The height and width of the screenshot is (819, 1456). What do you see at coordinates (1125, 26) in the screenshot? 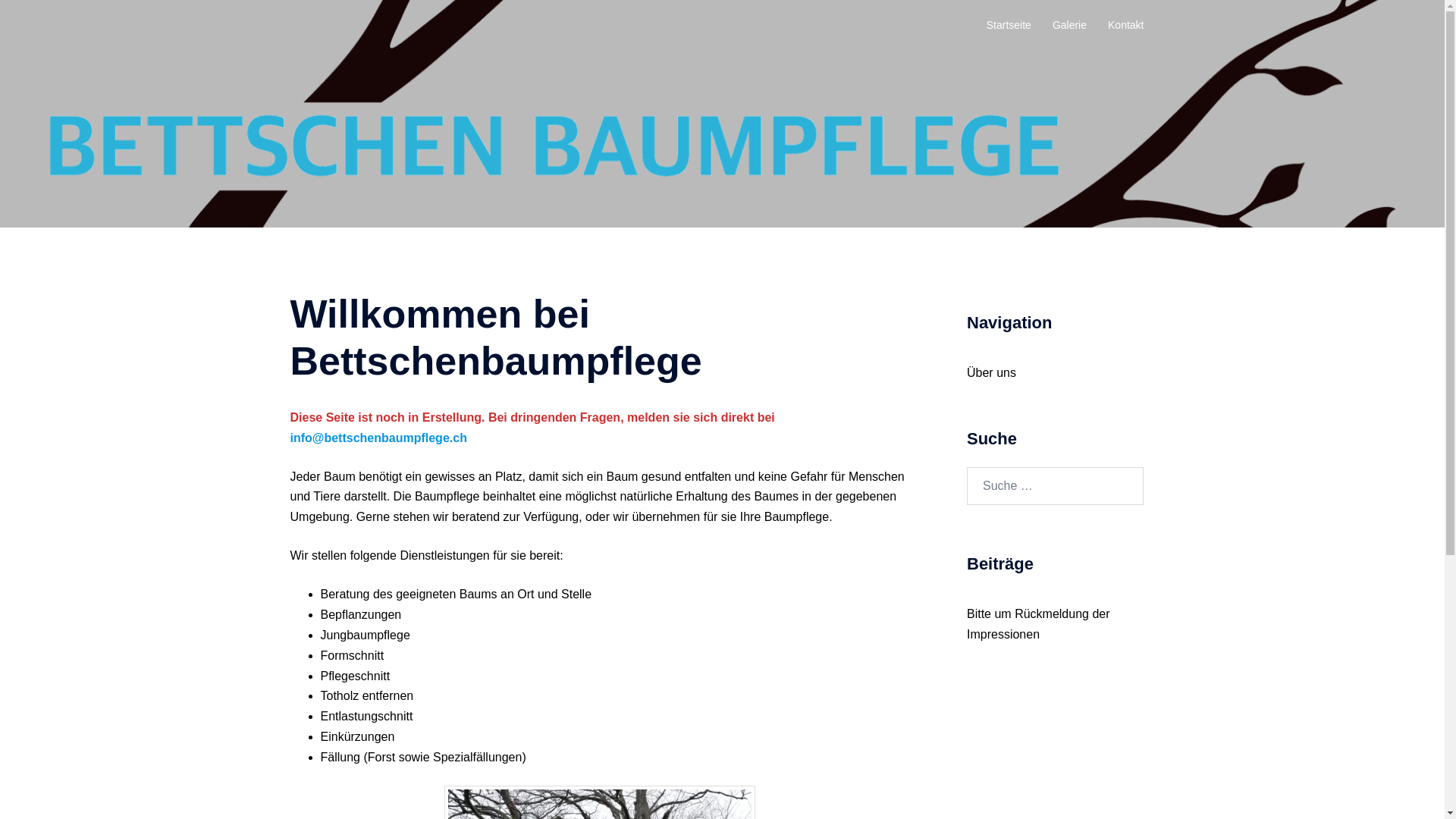
I see `'Kontakt'` at bounding box center [1125, 26].